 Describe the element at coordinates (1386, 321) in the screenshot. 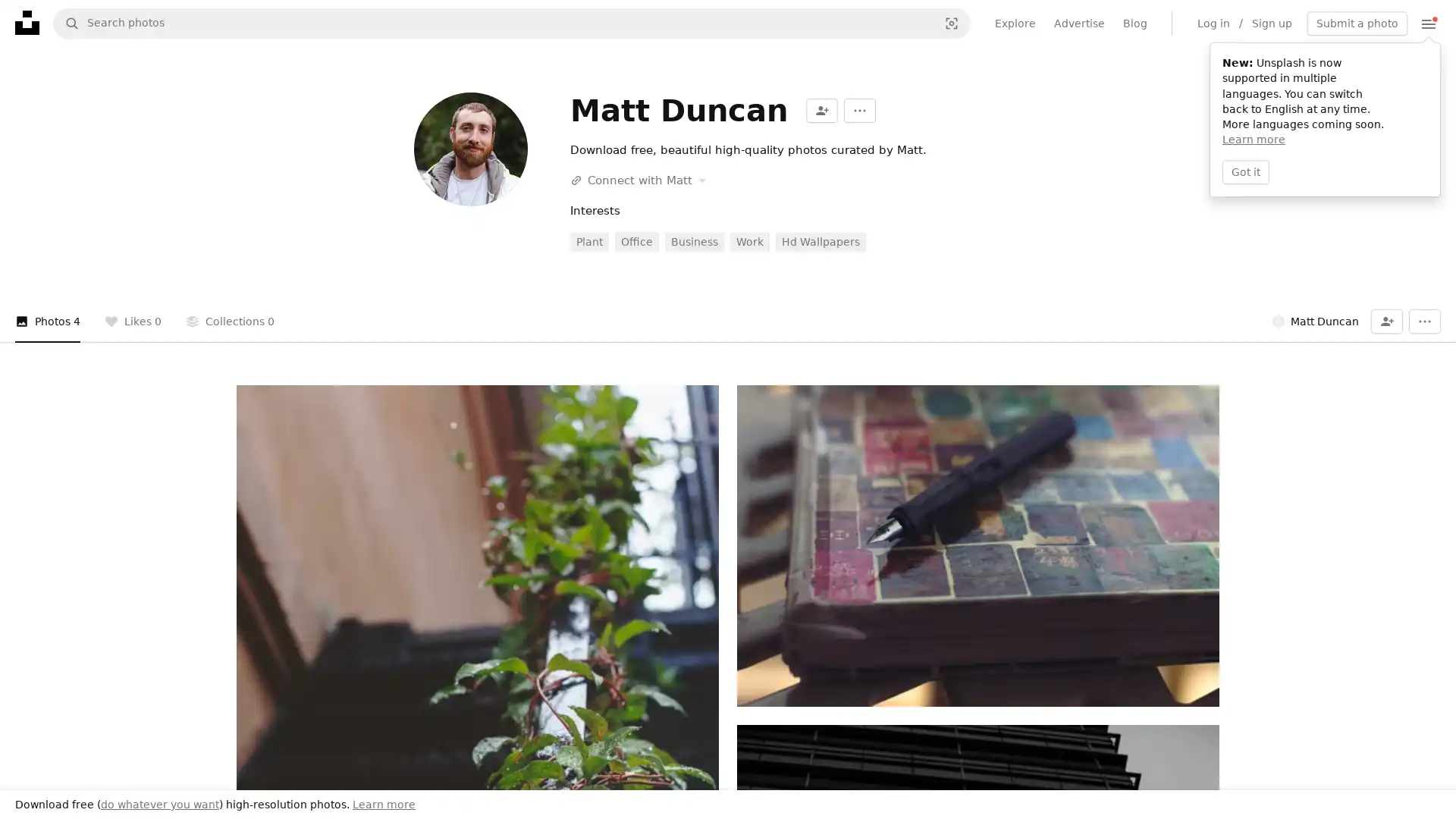

I see `Follow` at that location.